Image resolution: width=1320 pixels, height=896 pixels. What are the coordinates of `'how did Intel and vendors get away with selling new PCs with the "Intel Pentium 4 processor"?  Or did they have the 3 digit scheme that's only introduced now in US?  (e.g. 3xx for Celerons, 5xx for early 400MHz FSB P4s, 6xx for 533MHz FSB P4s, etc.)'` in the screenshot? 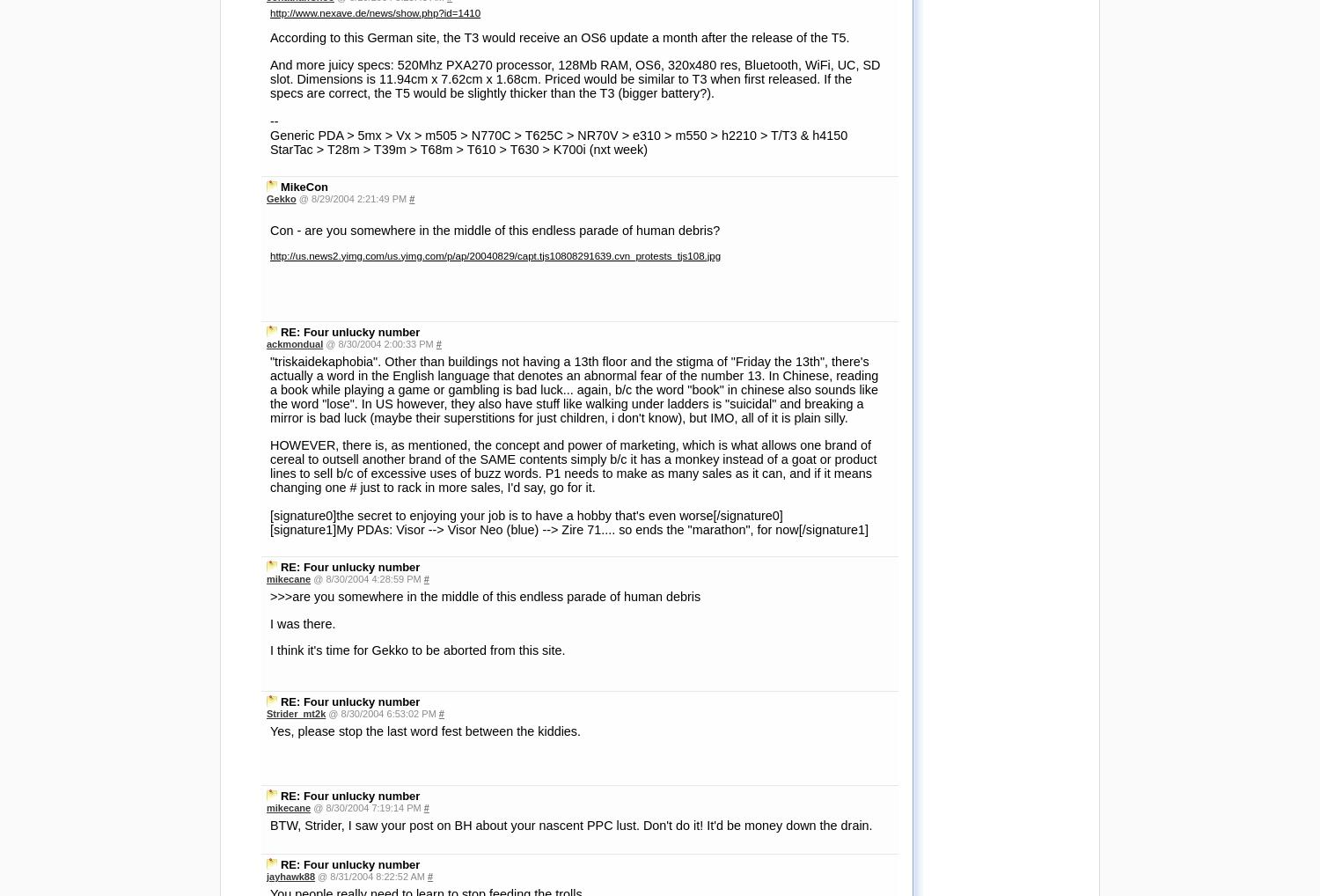 It's located at (571, 687).